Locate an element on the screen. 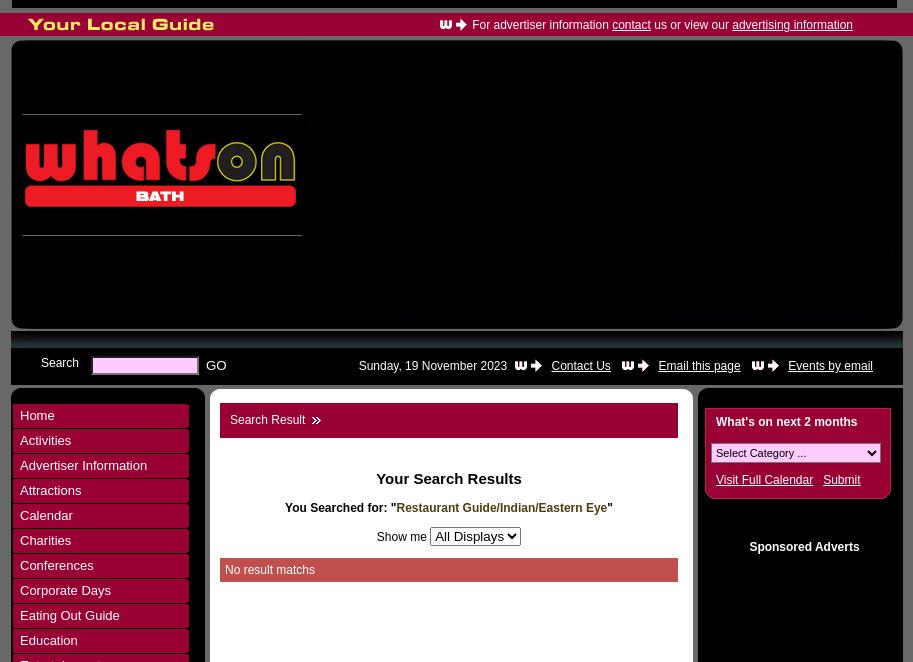 This screenshot has height=662, width=913. 'What's on next 2 months' is located at coordinates (786, 422).